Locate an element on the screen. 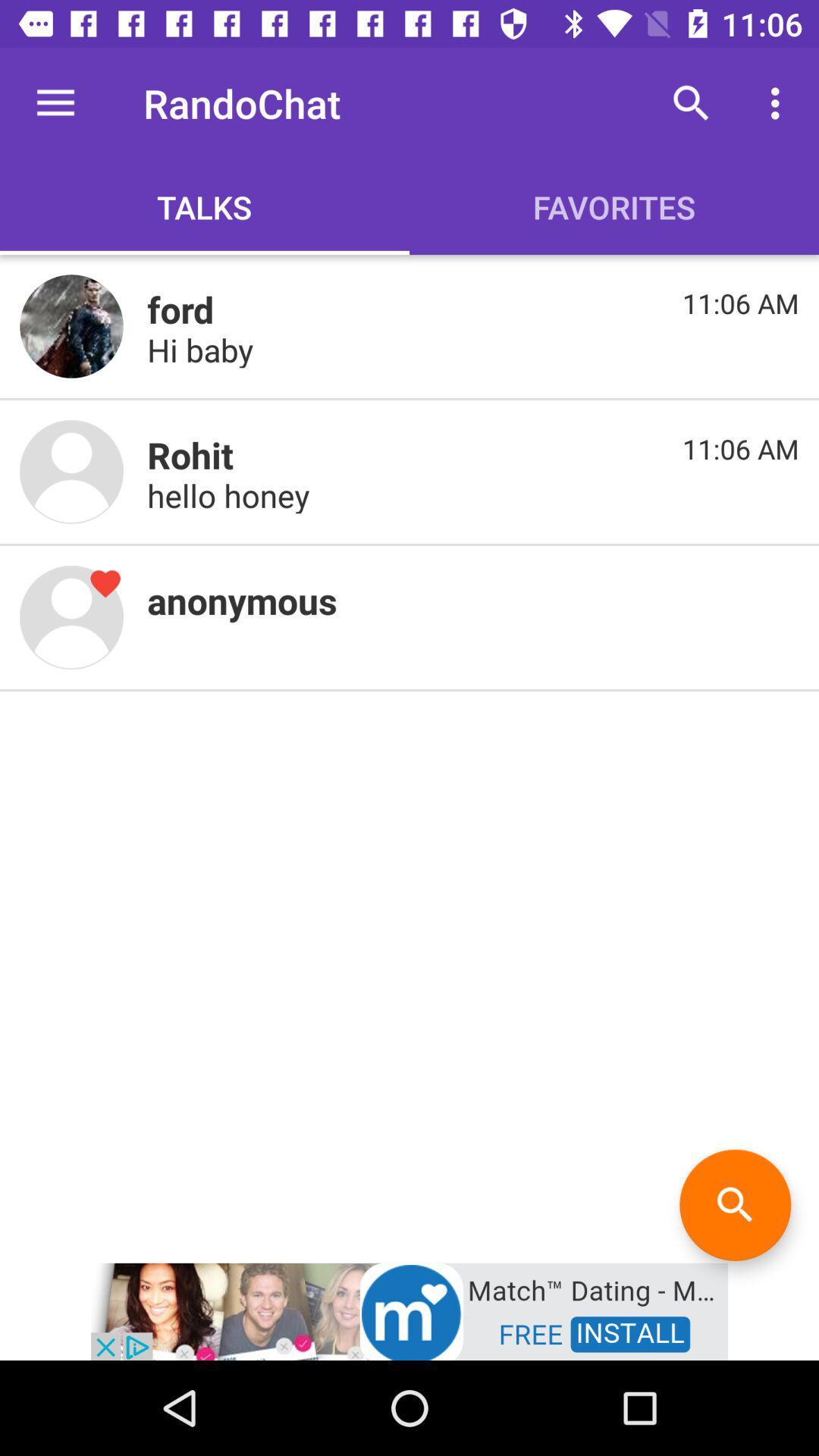 The height and width of the screenshot is (1456, 819). the search icon is located at coordinates (734, 1204).